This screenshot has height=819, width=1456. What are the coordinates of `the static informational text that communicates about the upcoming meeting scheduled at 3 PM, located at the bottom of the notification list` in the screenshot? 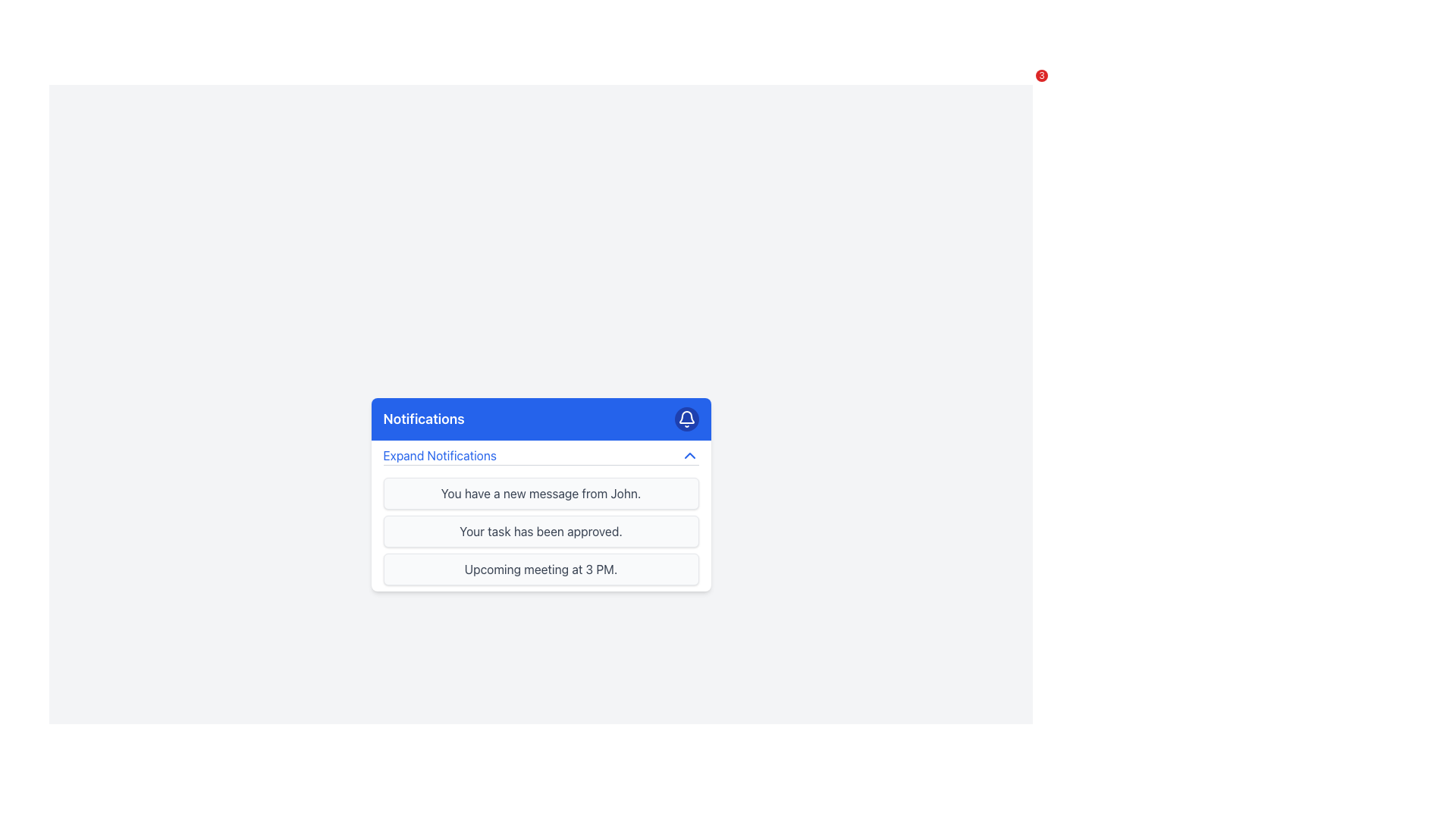 It's located at (541, 569).